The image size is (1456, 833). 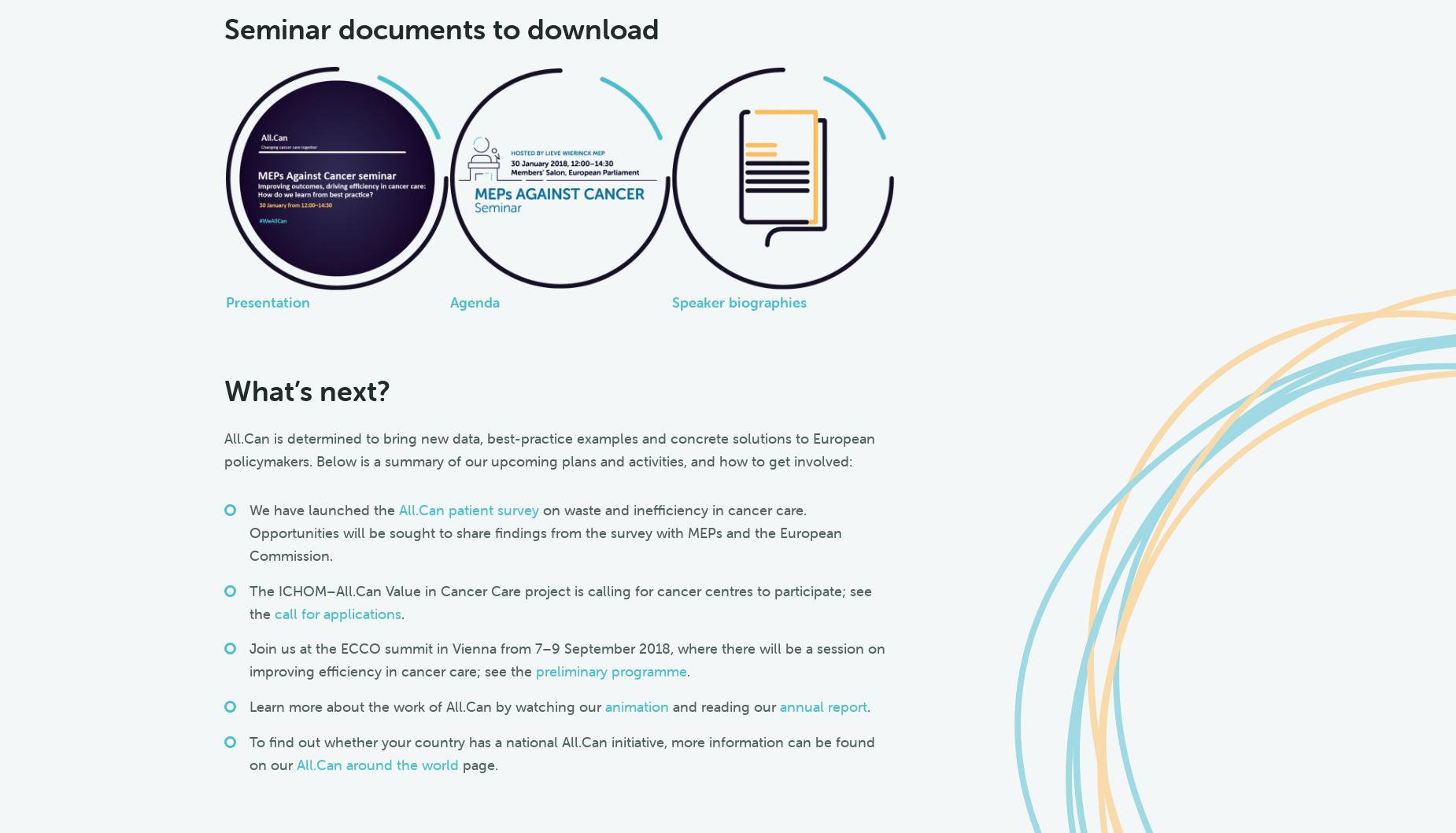 I want to click on 'page.', so click(x=477, y=763).